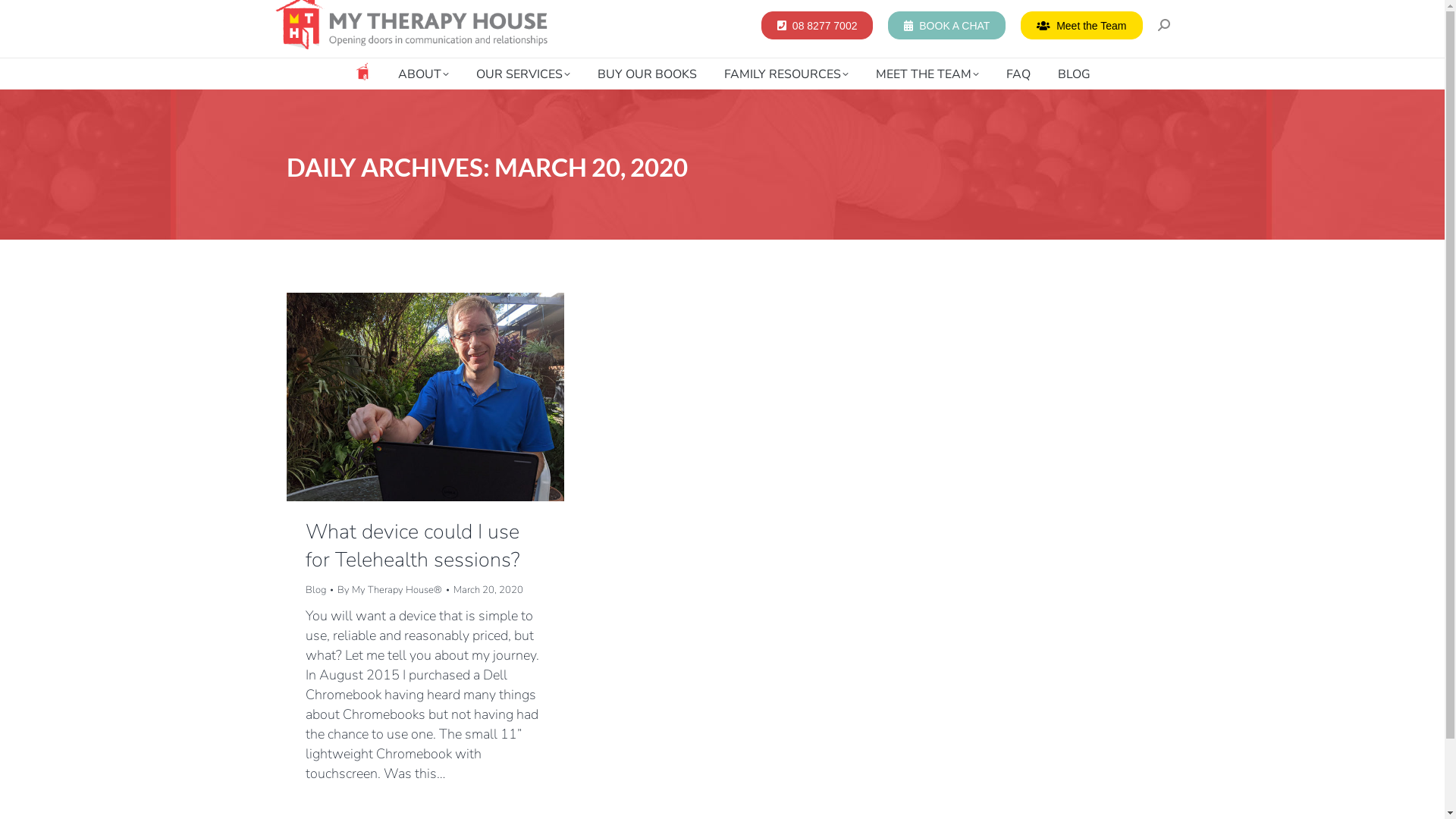 The image size is (1456, 819). Describe the element at coordinates (946, 24) in the screenshot. I see `'  BOOK A CHAT'` at that location.